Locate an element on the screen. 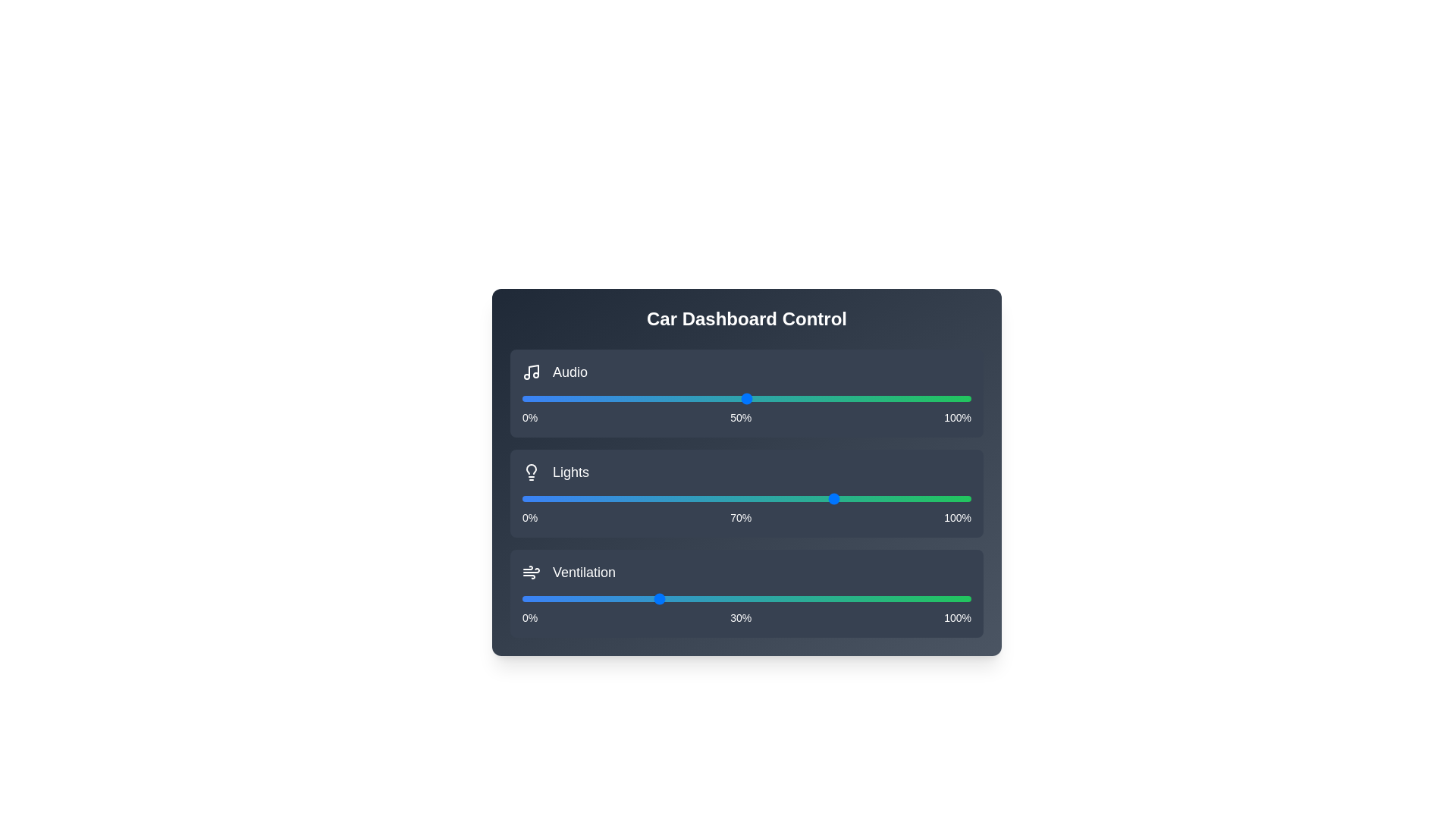  the ventilation slider to 94% is located at coordinates (943, 598).